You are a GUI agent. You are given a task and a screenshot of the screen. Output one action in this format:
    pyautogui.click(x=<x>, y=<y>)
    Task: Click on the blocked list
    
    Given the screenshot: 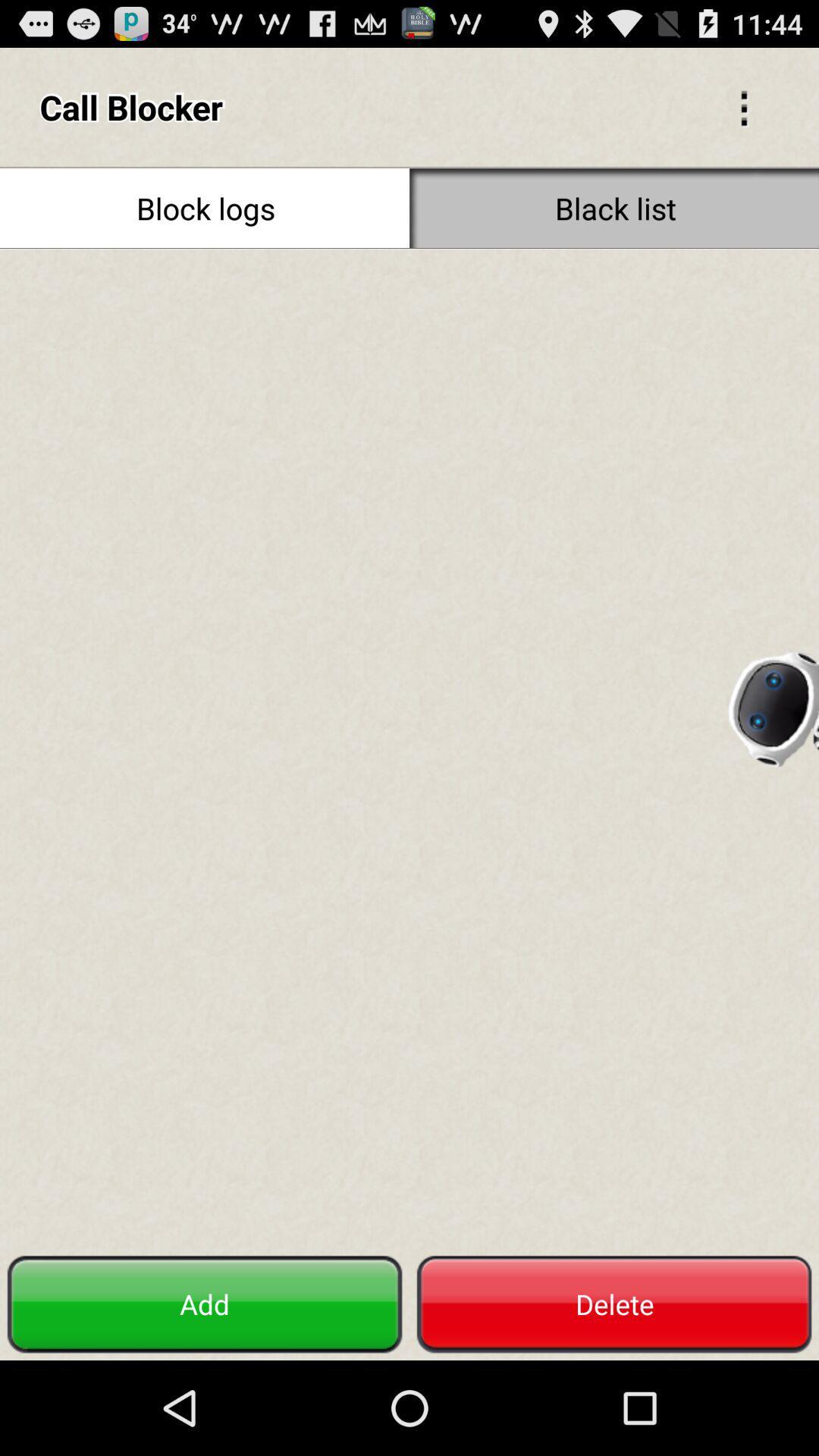 What is the action you would take?
    pyautogui.click(x=409, y=748)
    